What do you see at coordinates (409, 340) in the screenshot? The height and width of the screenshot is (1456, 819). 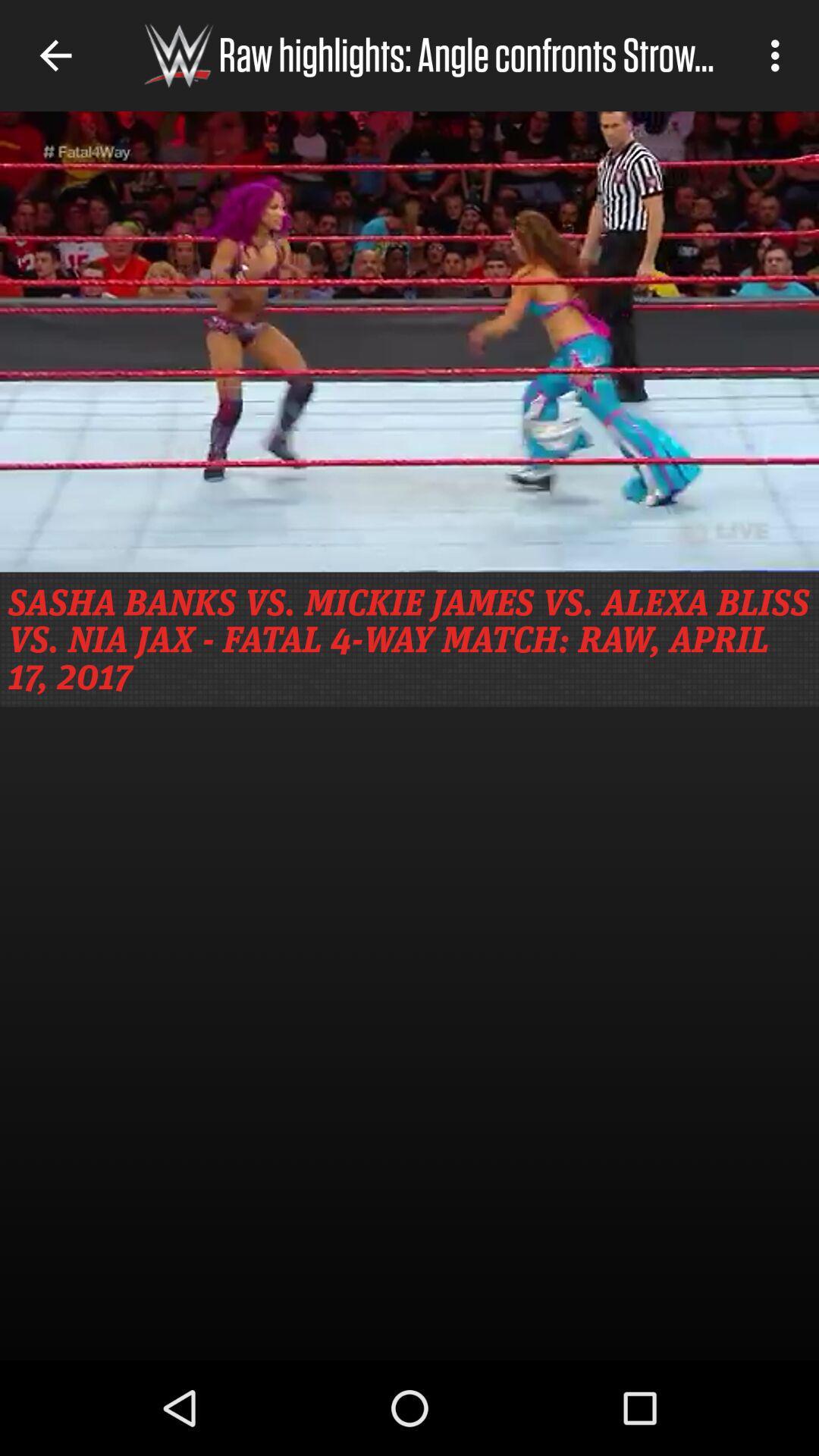 I see `angle confronts strow` at bounding box center [409, 340].